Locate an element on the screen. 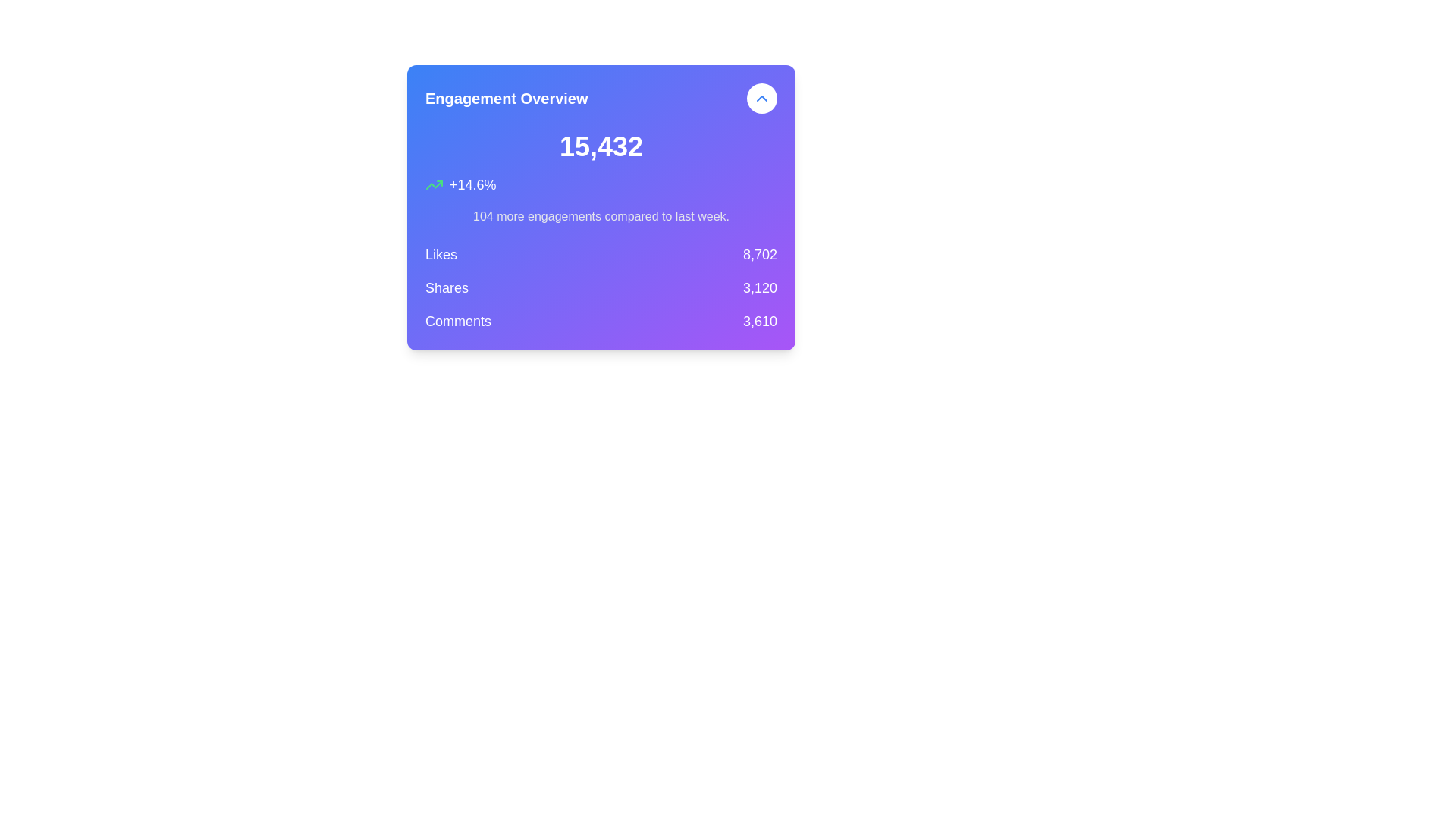 Image resolution: width=1456 pixels, height=819 pixels. the button located at the top-right corner of the 'Engagement Overview' card is located at coordinates (761, 99).